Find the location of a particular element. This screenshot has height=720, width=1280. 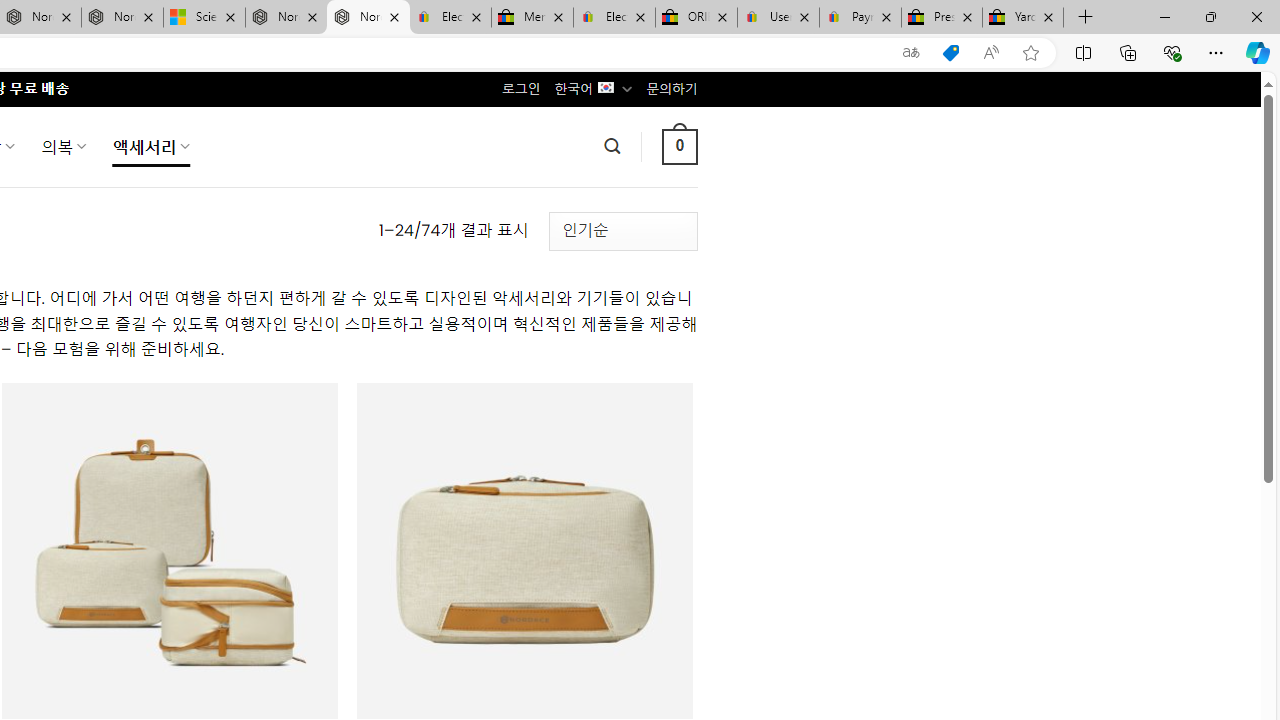

'Nordace - Summer Adventures 2024' is located at coordinates (285, 17).